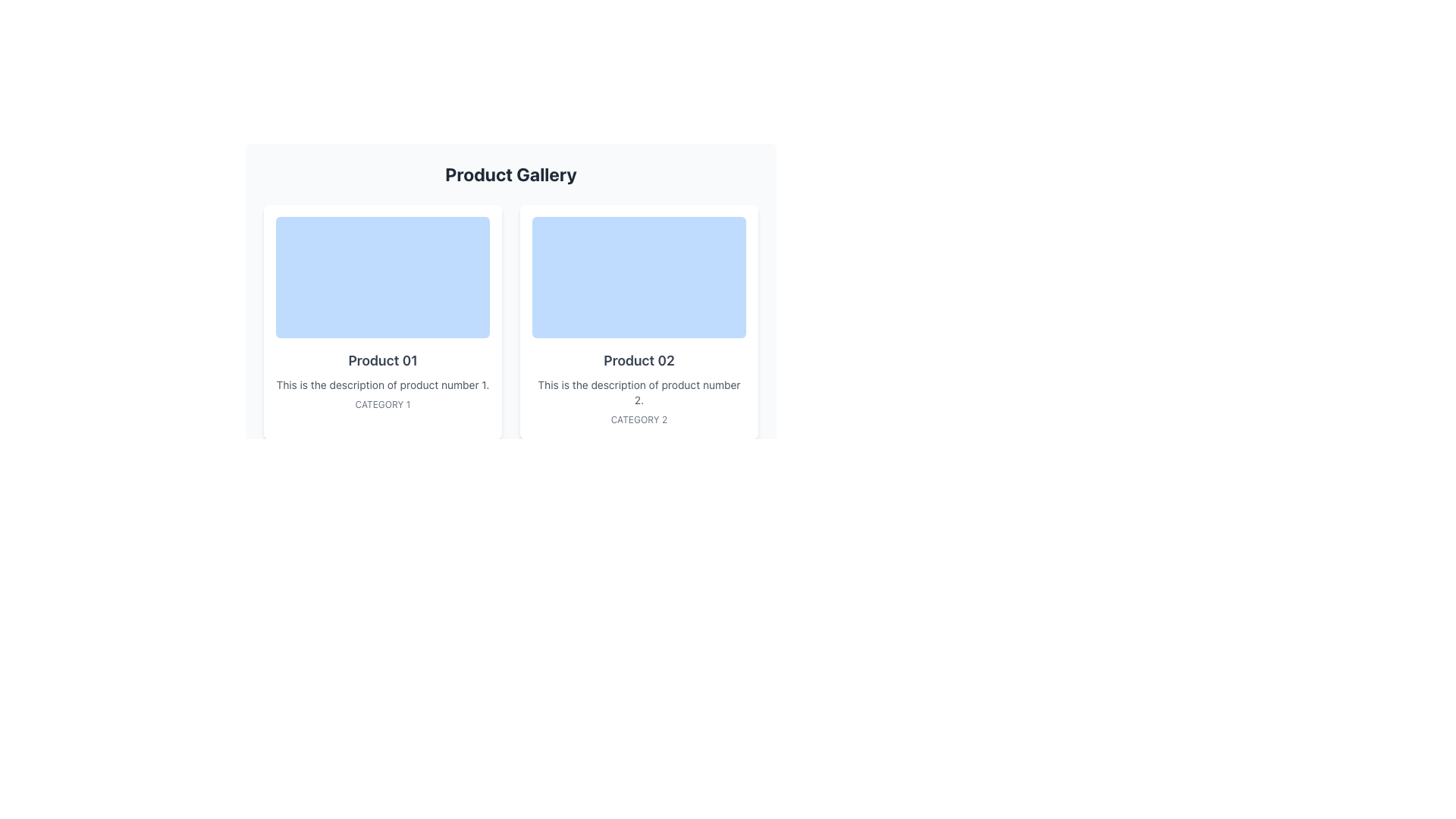 Image resolution: width=1456 pixels, height=819 pixels. What do you see at coordinates (639, 278) in the screenshot?
I see `the visual placeholder or representation panel for 'Product 02', which is located at the top section of the card, directly above the title and description` at bounding box center [639, 278].